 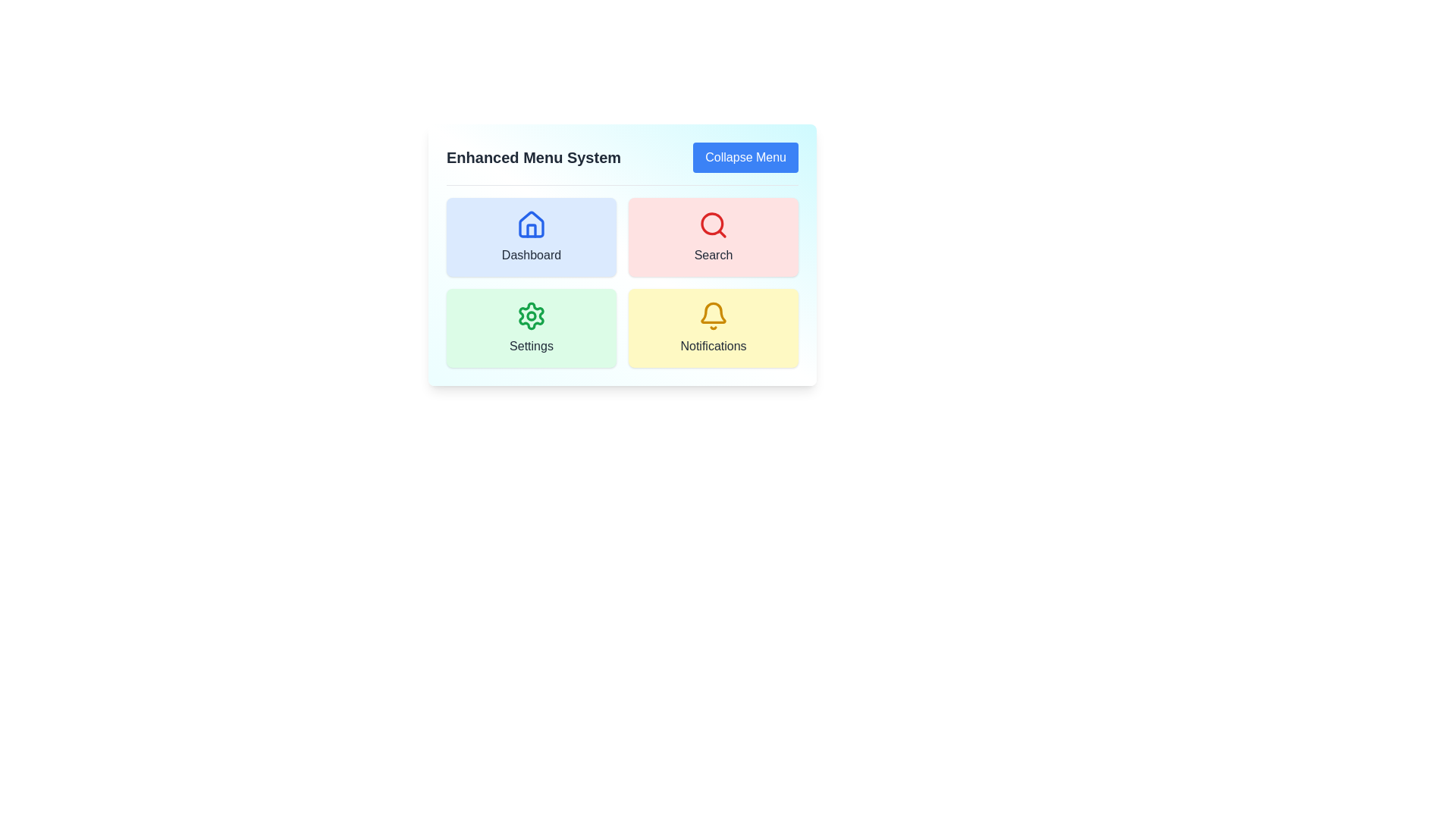 What do you see at coordinates (531, 254) in the screenshot?
I see `the purpose of the text label element that displays 'Dashboard' within the light blue button, which is positioned` at bounding box center [531, 254].